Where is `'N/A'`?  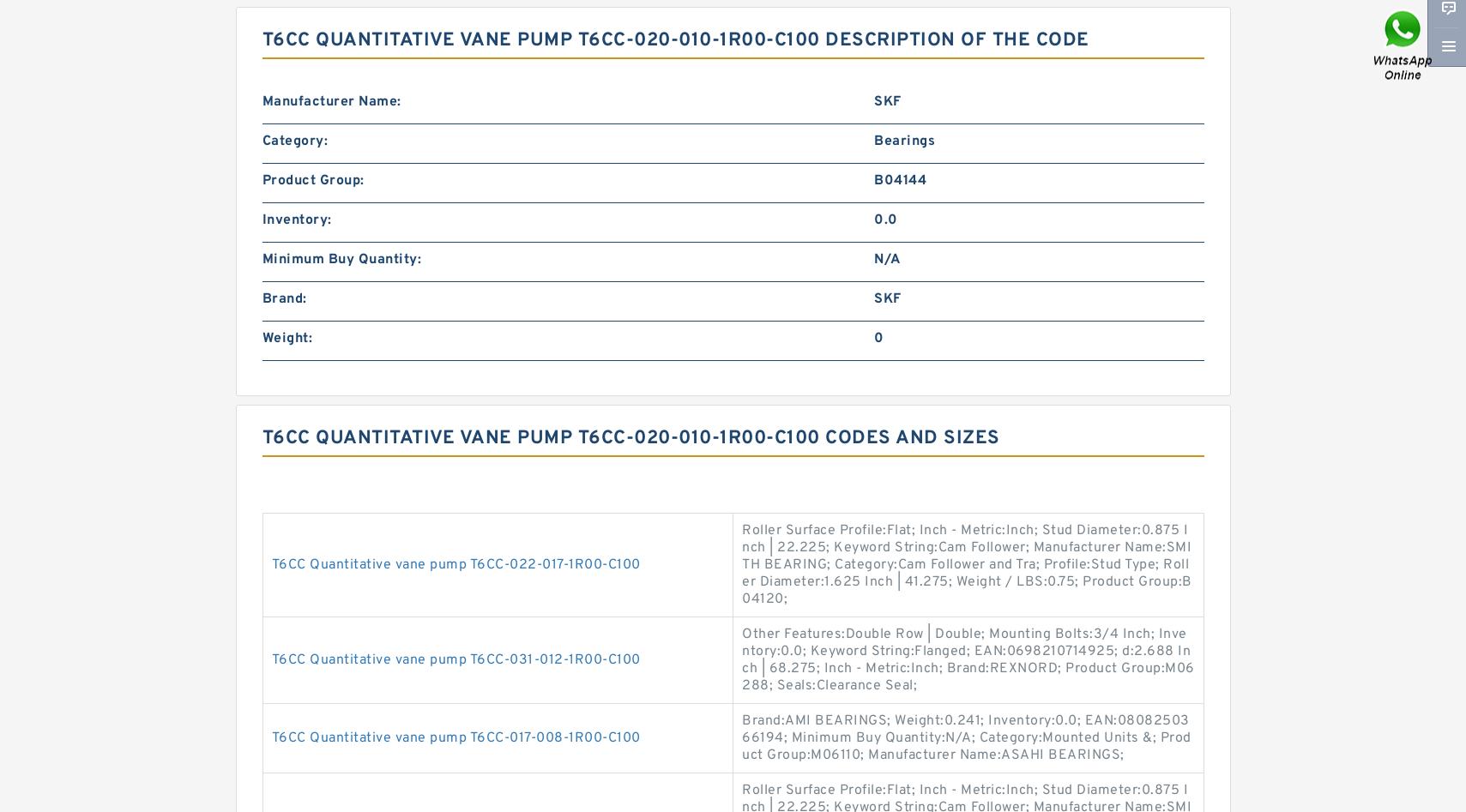
'N/A' is located at coordinates (886, 259).